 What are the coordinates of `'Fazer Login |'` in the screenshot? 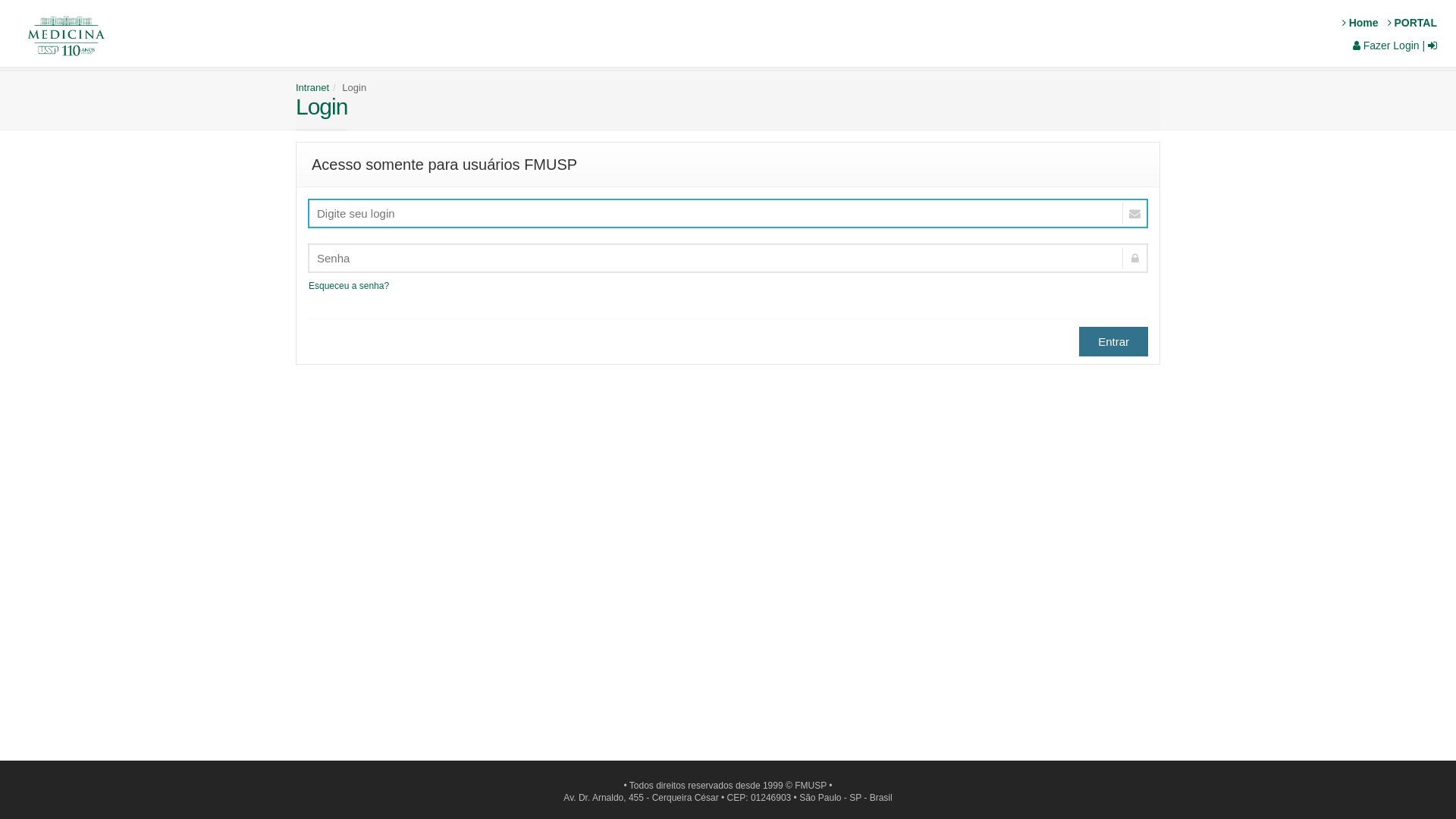 It's located at (1395, 45).